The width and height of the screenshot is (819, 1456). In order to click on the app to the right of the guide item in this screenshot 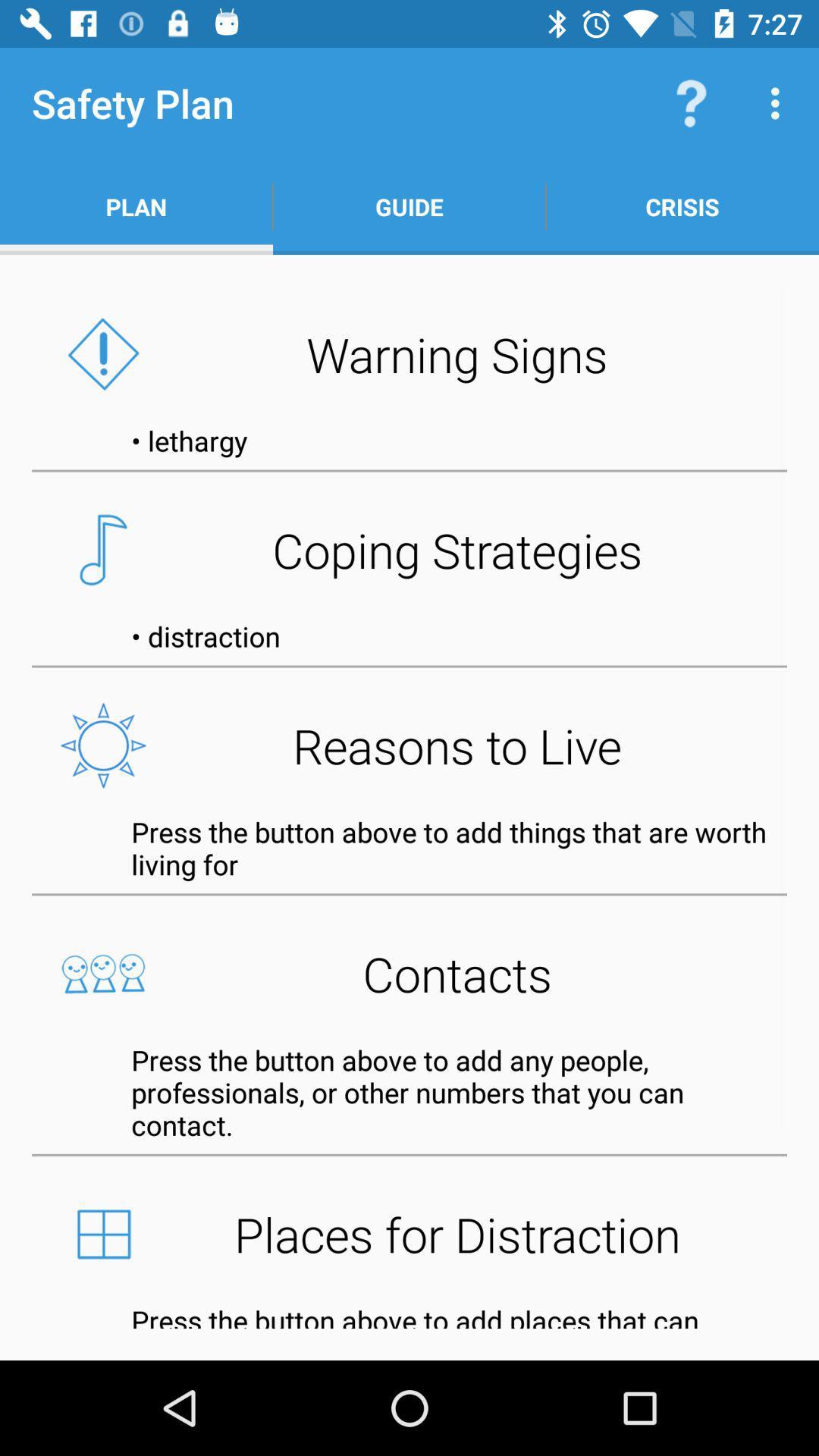, I will do `click(681, 206)`.